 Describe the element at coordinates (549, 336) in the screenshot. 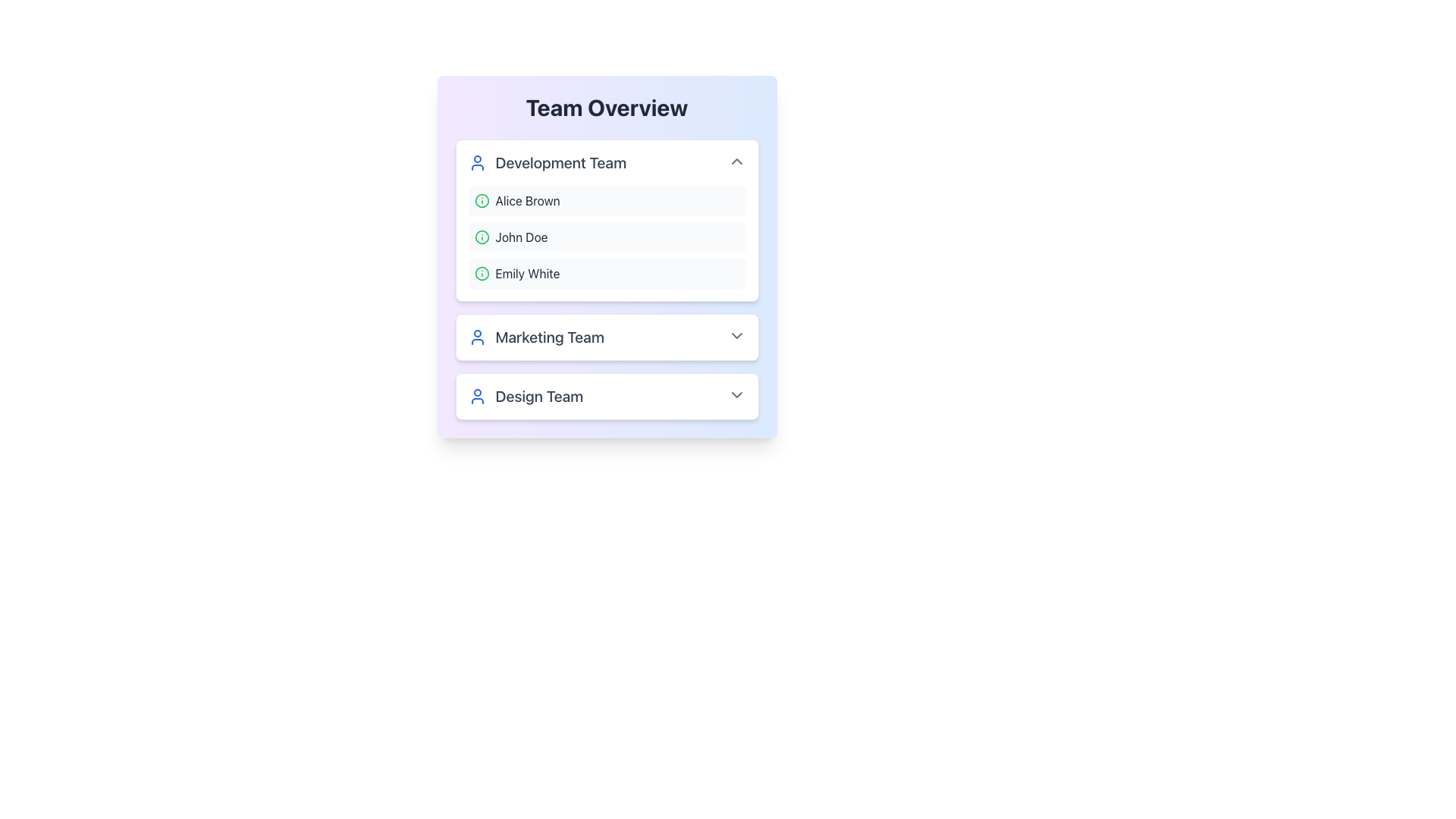

I see `the 'Marketing Team' text label, which is positioned to the right of a user icon and above a dropdown arrow in the 'Team Overview' section` at that location.